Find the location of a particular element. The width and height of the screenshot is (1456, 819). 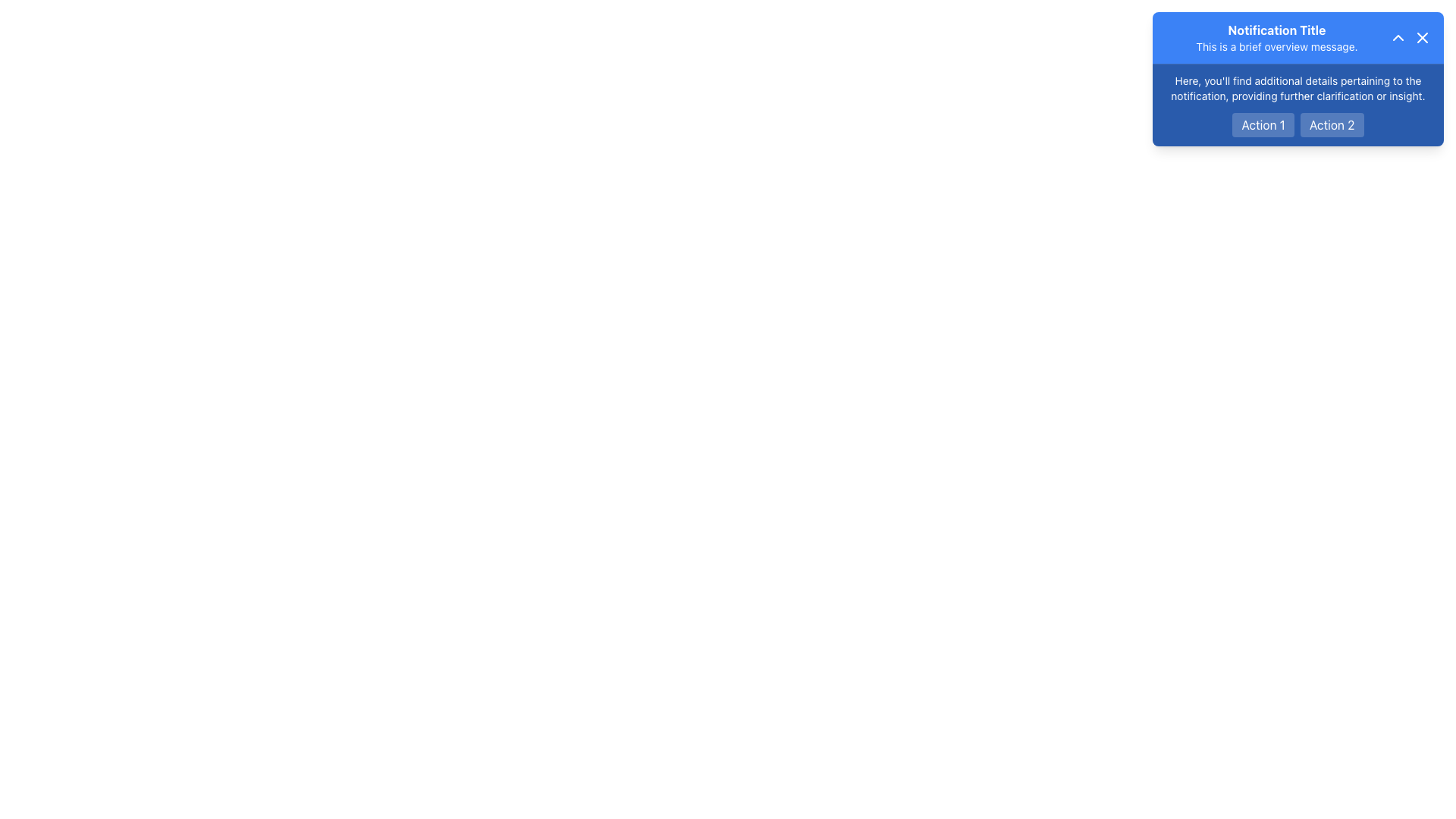

text of the Informational header located at the top of the notification card in the upper right corner of the interface is located at coordinates (1298, 37).